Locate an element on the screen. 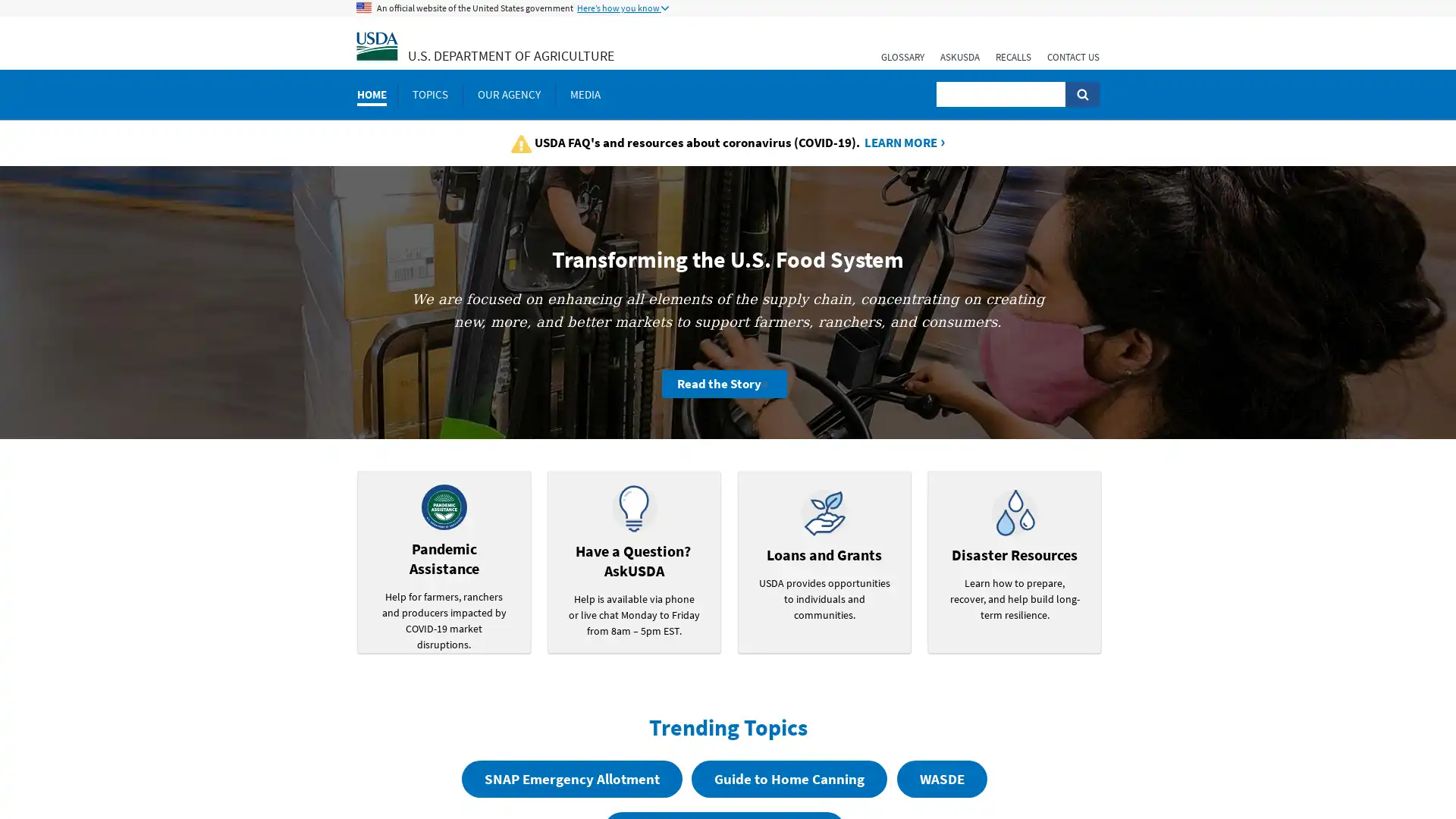 This screenshot has height=819, width=1456. AskUSDA icon Have a Question? AskUSDA Help is available via phone or live chat Monday to Friday from 8am  5pm EST. is located at coordinates (633, 561).